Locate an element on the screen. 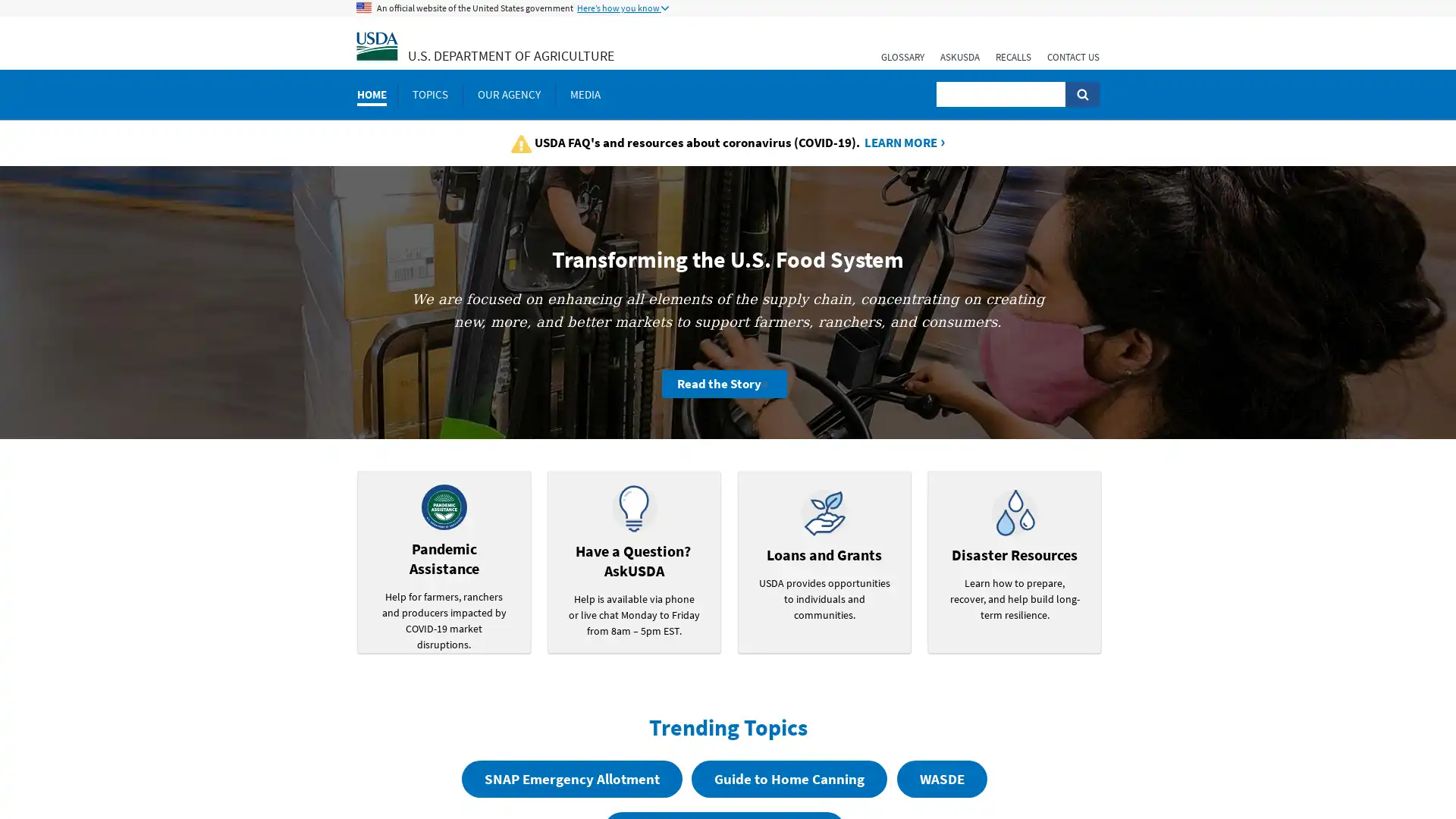 This screenshot has height=819, width=1456. AskUSDA icon Have a Question? AskUSDA Help is available via phone or live chat Monday to Friday from 8am  5pm EST. is located at coordinates (633, 561).